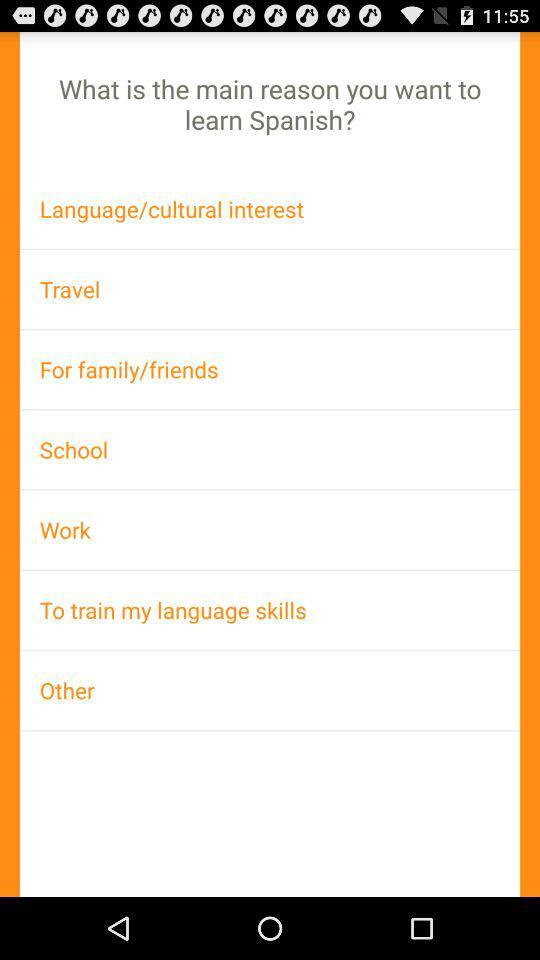  I want to click on icon above school, so click(270, 368).